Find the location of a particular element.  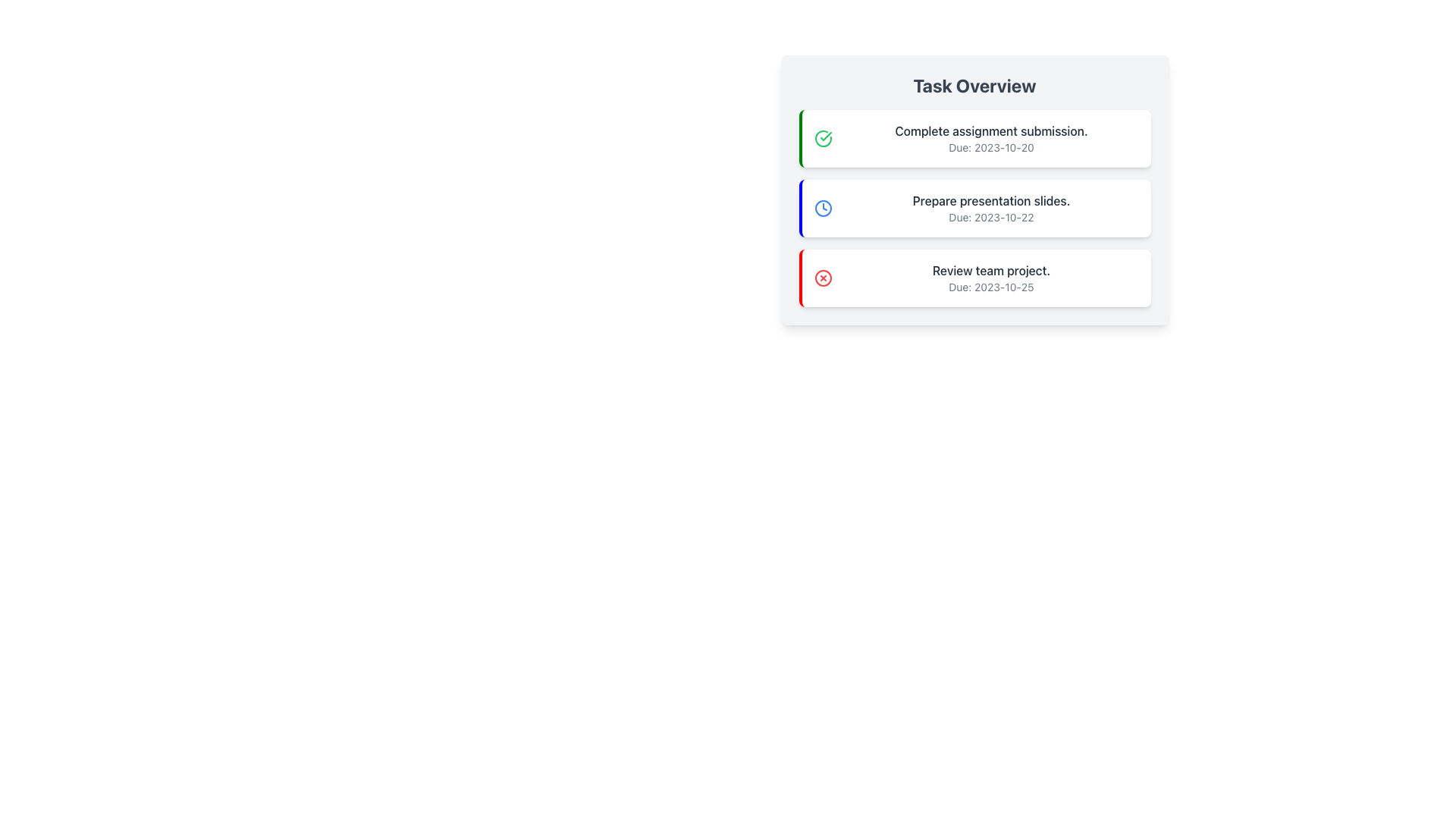

the text label displaying 'Due: 2023-10-22' in the second task entry under the 'Task Overview' section is located at coordinates (991, 217).